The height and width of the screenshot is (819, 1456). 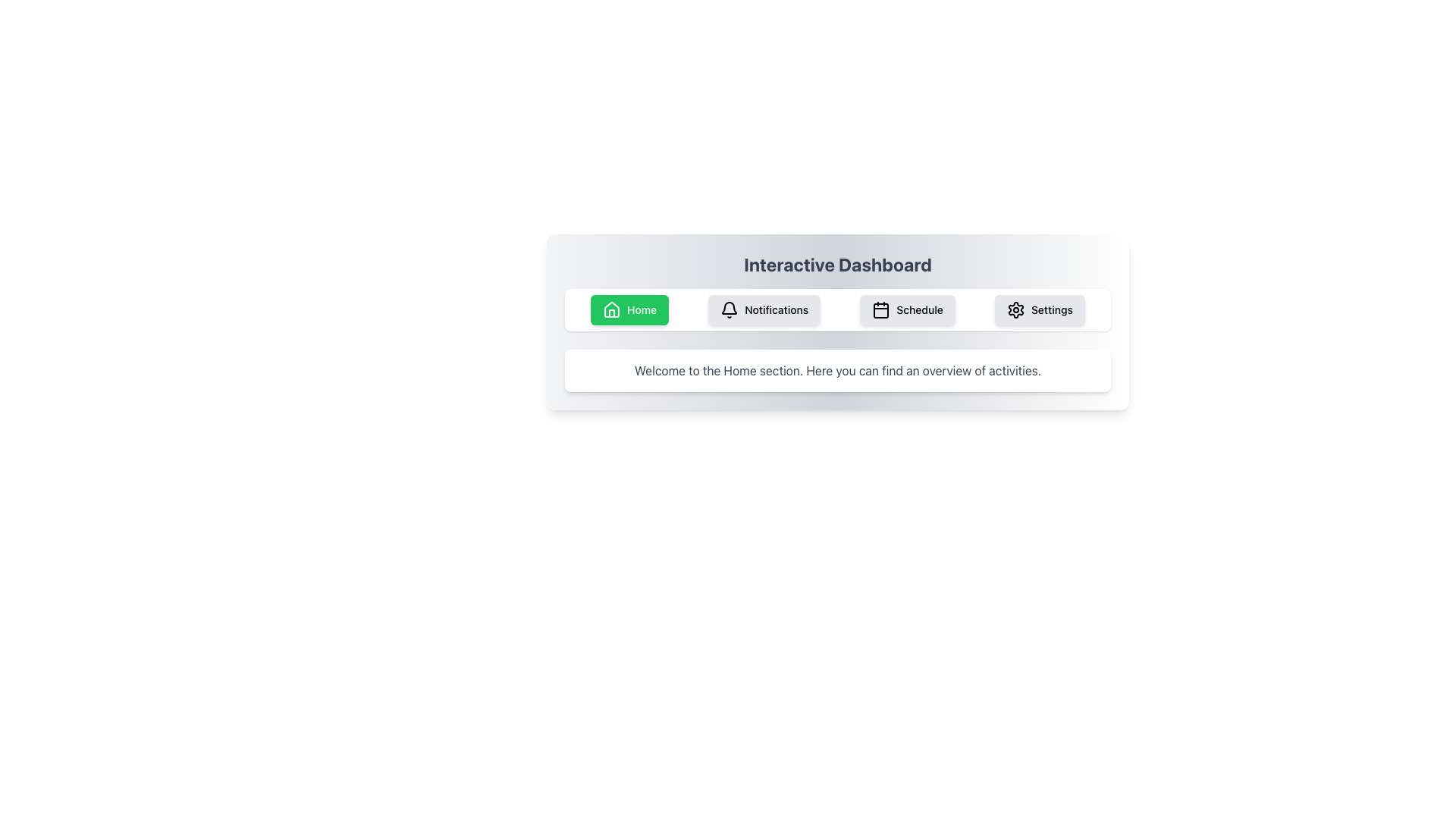 I want to click on the 'Settings' button, which is a light gray rectangular button with rounded corners featuring a gear icon and the text 'Settings' in black, positioned as the fourth button in its group, so click(x=1039, y=309).